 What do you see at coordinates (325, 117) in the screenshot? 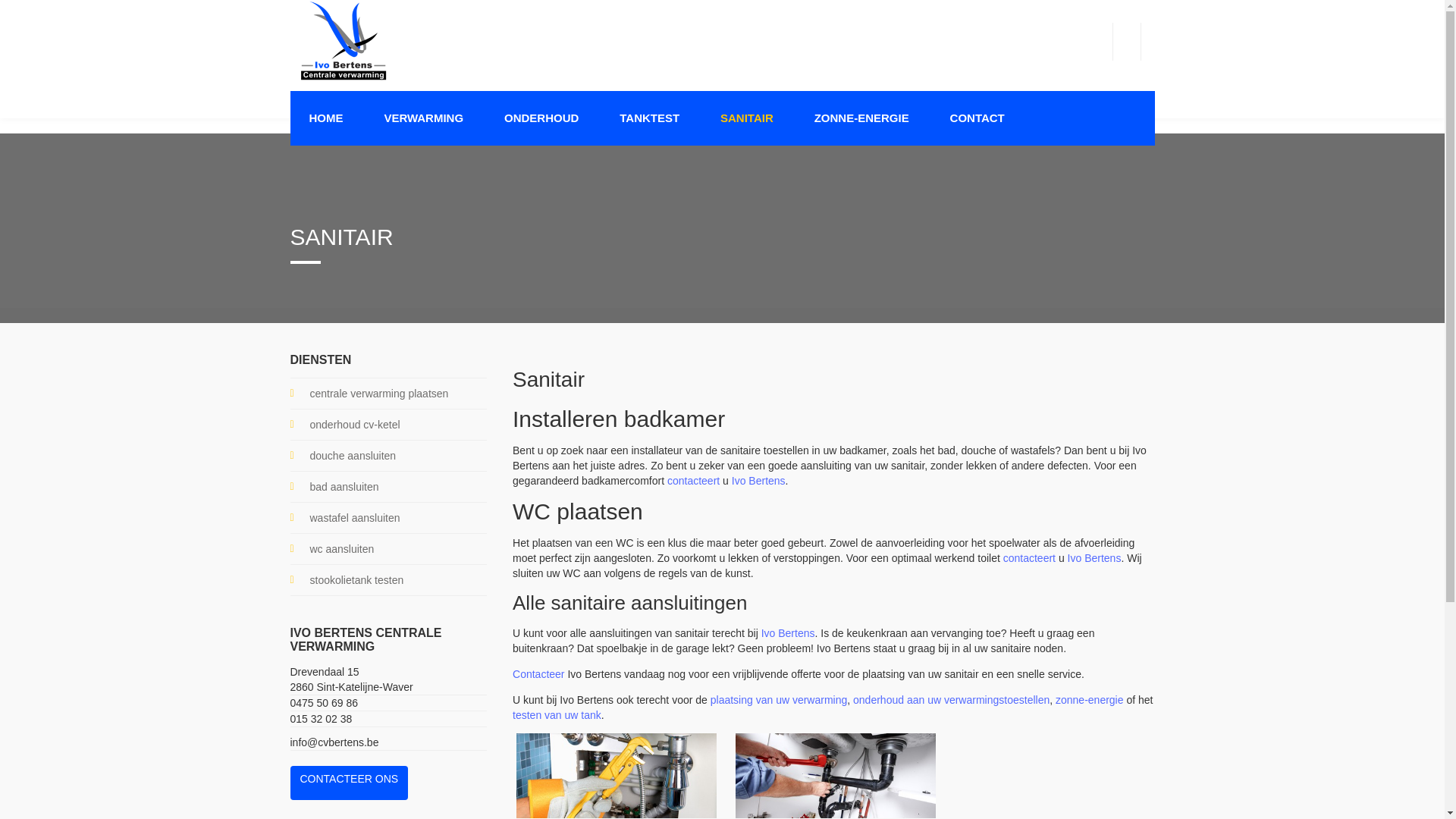
I see `'HOME'` at bounding box center [325, 117].